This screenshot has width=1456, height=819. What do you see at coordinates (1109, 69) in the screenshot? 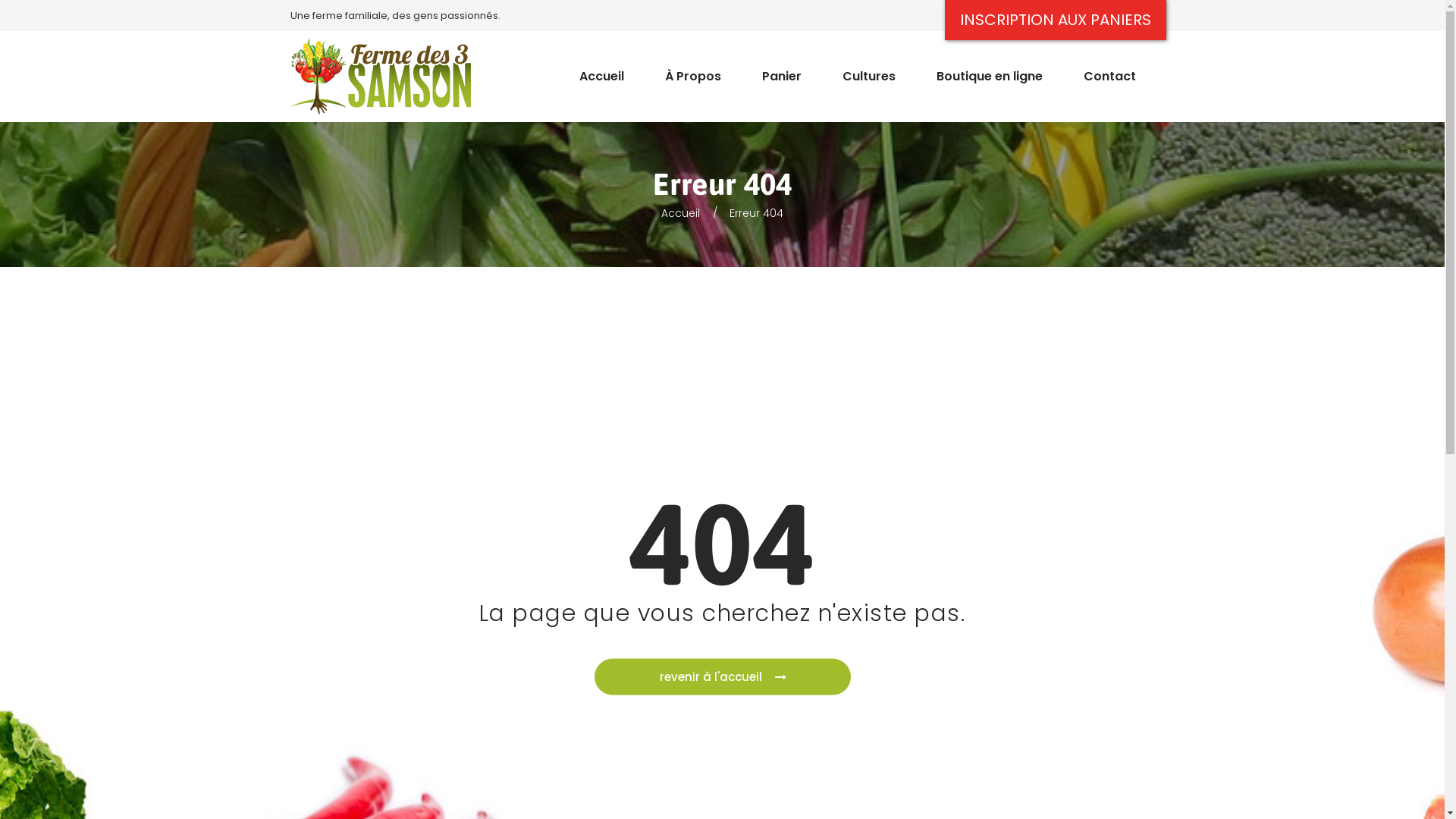
I see `'Contact'` at bounding box center [1109, 69].